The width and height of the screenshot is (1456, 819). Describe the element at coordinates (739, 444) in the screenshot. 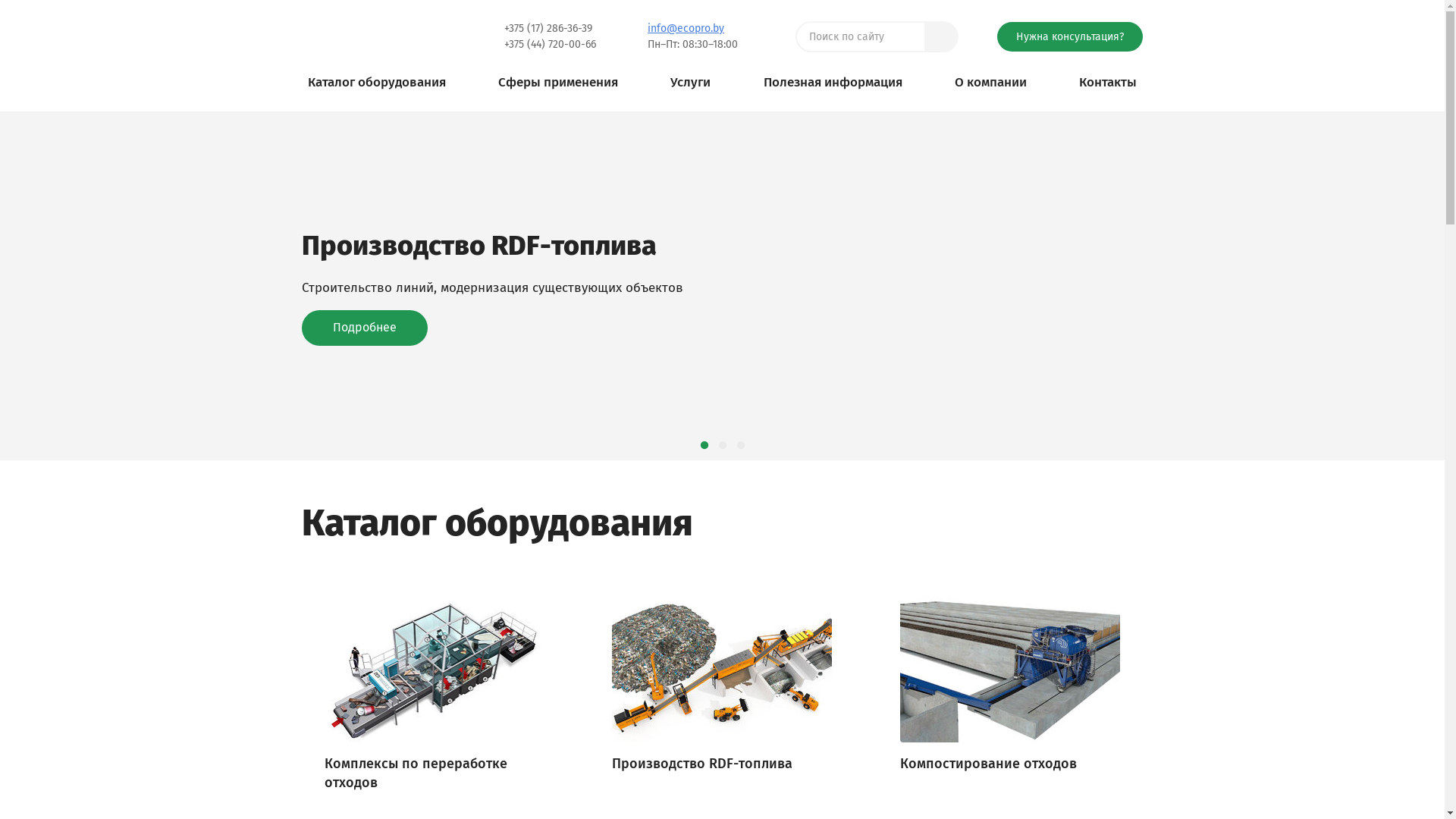

I see `'3'` at that location.